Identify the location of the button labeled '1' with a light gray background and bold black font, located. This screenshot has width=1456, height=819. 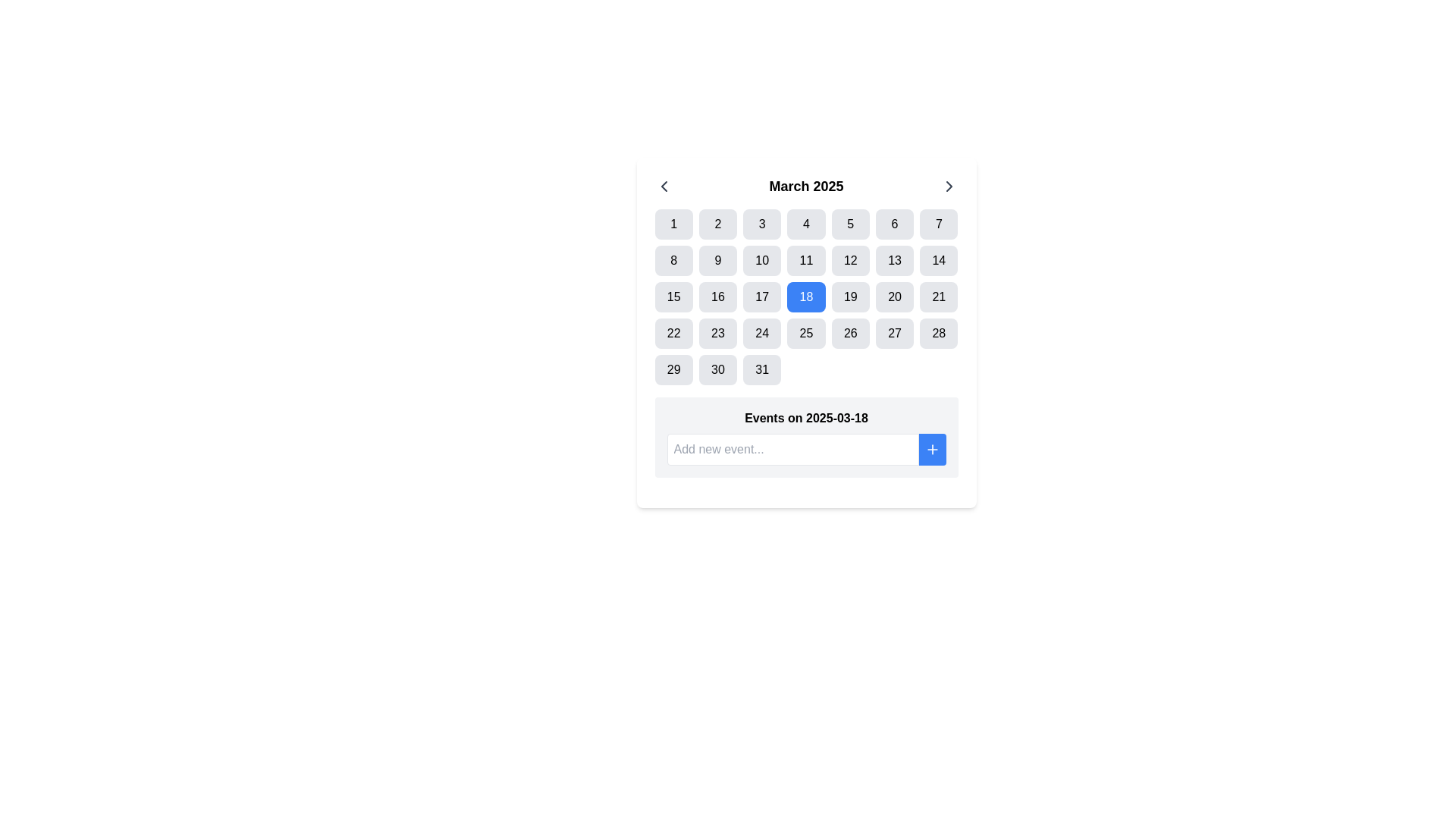
(673, 224).